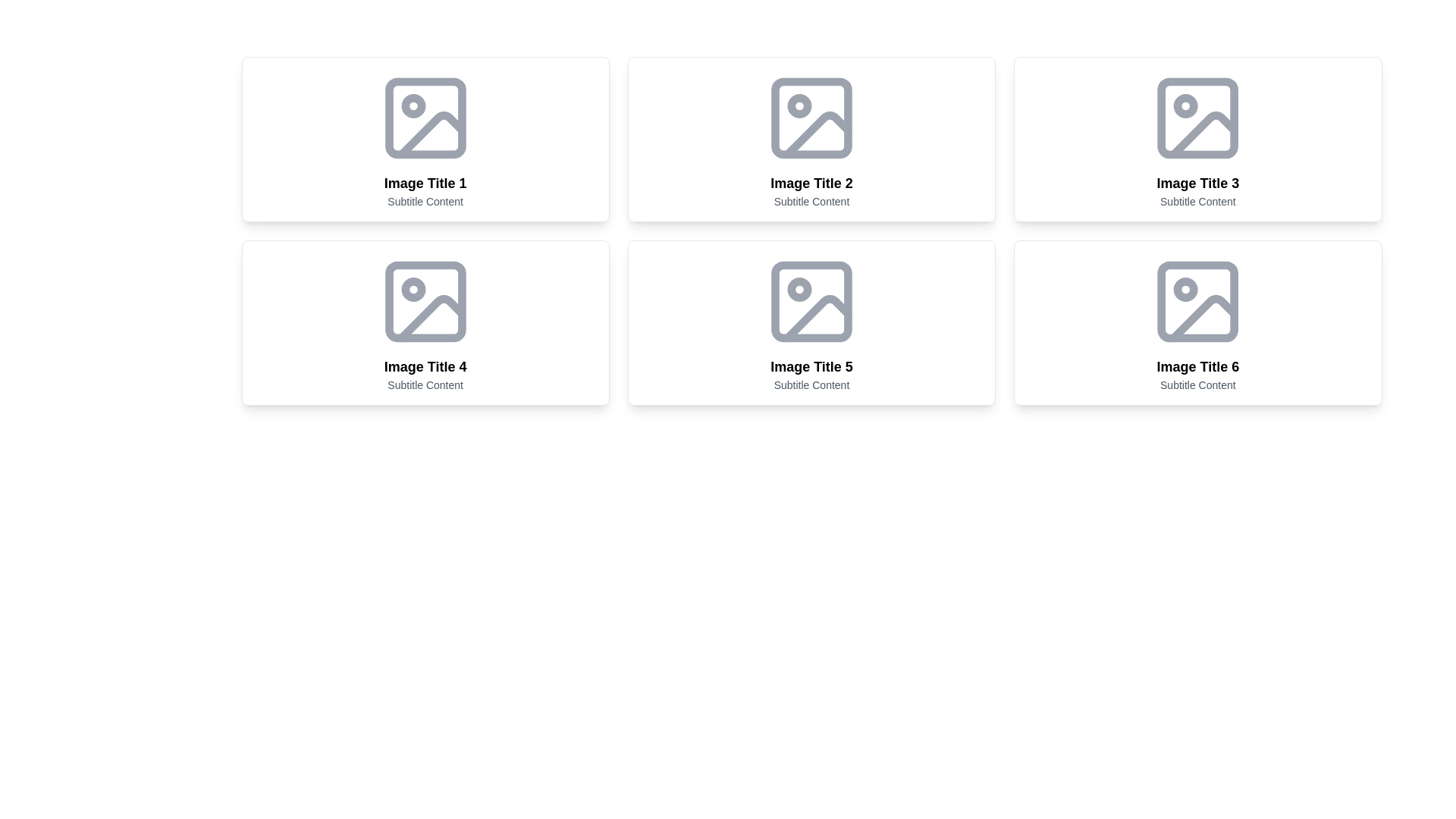  What do you see at coordinates (1197, 366) in the screenshot?
I see `the text label that reads 'Image Title 6', which is styled in bold and larger font, located under an image placeholder and above the subtitle 'Subtitle Content' within the sixth card of a grid layout` at bounding box center [1197, 366].